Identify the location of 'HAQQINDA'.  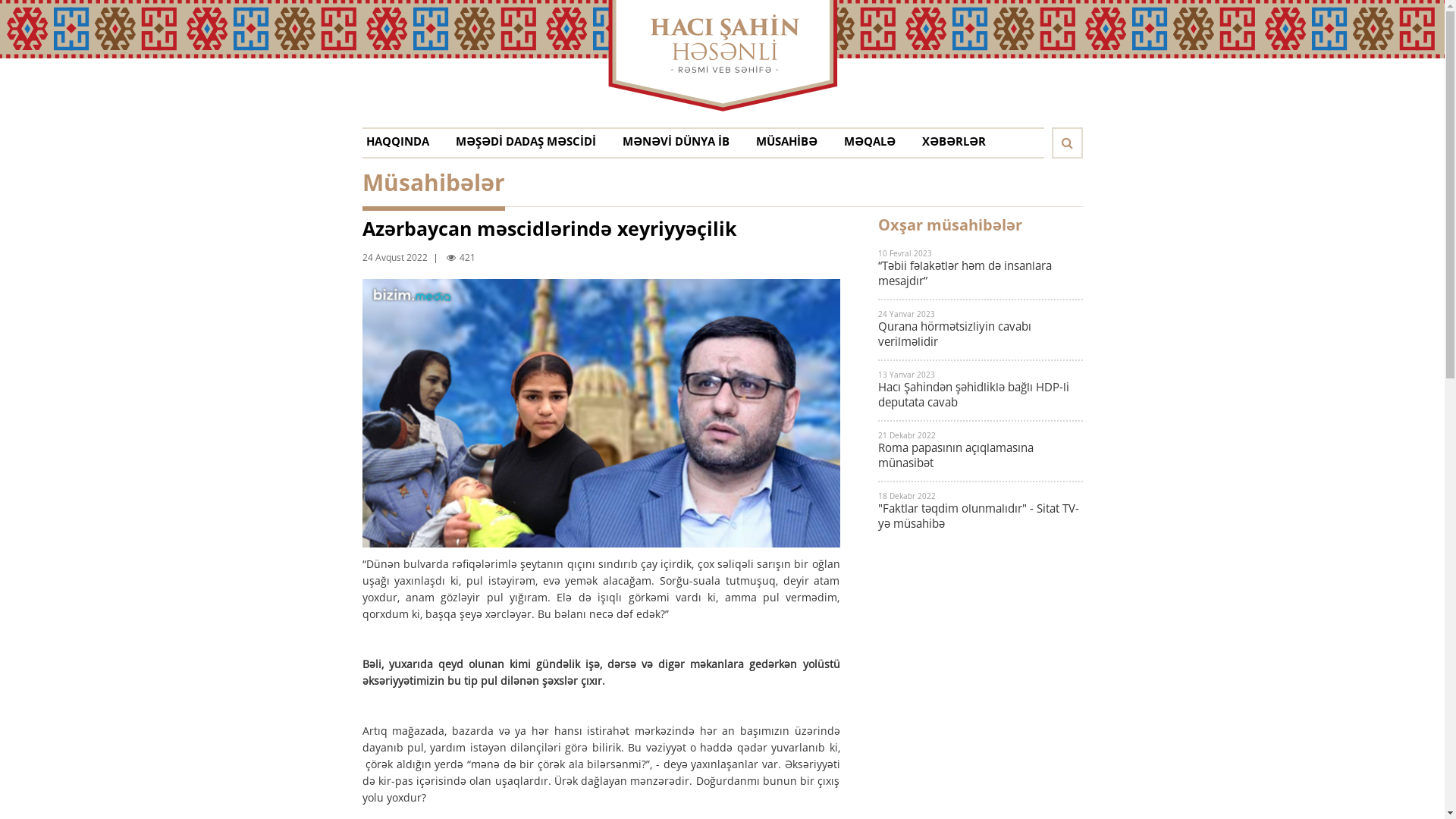
(397, 145).